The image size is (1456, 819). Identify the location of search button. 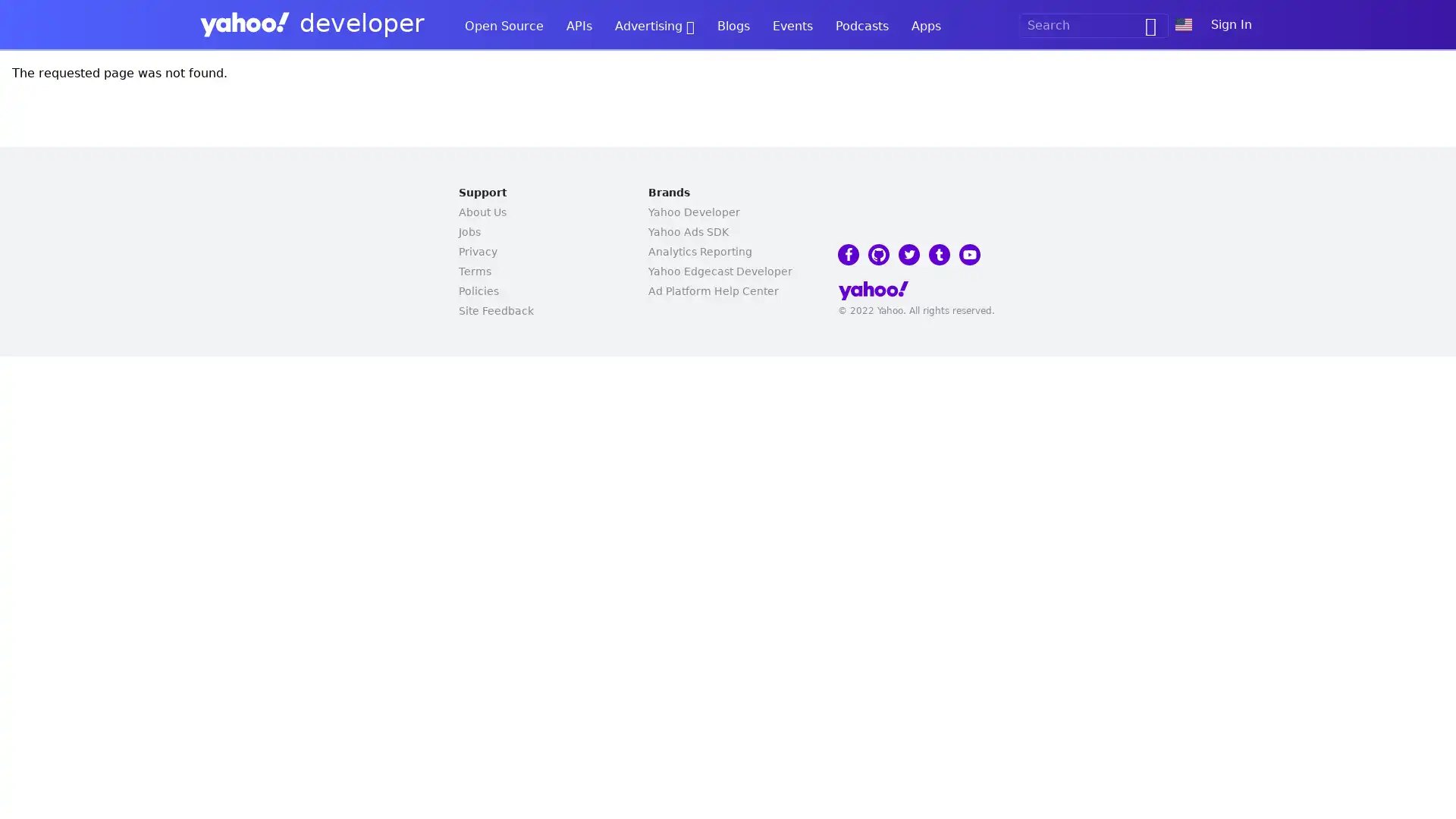
(1144, 26).